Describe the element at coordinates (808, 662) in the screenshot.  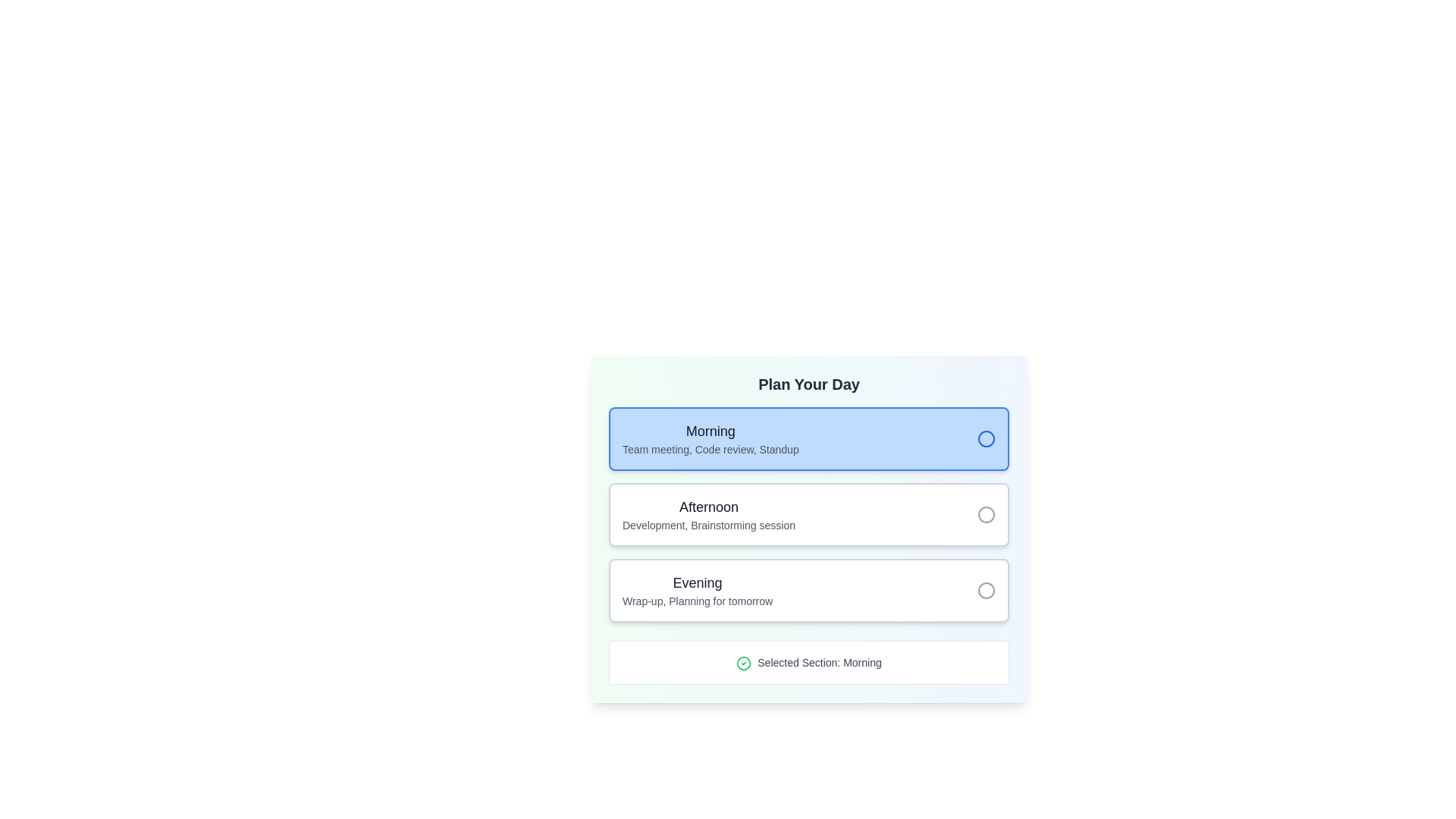
I see `the 'Morning' label with an icon located at the bottom of the 'Plan Your Day' card to provide feedback about the selection` at that location.